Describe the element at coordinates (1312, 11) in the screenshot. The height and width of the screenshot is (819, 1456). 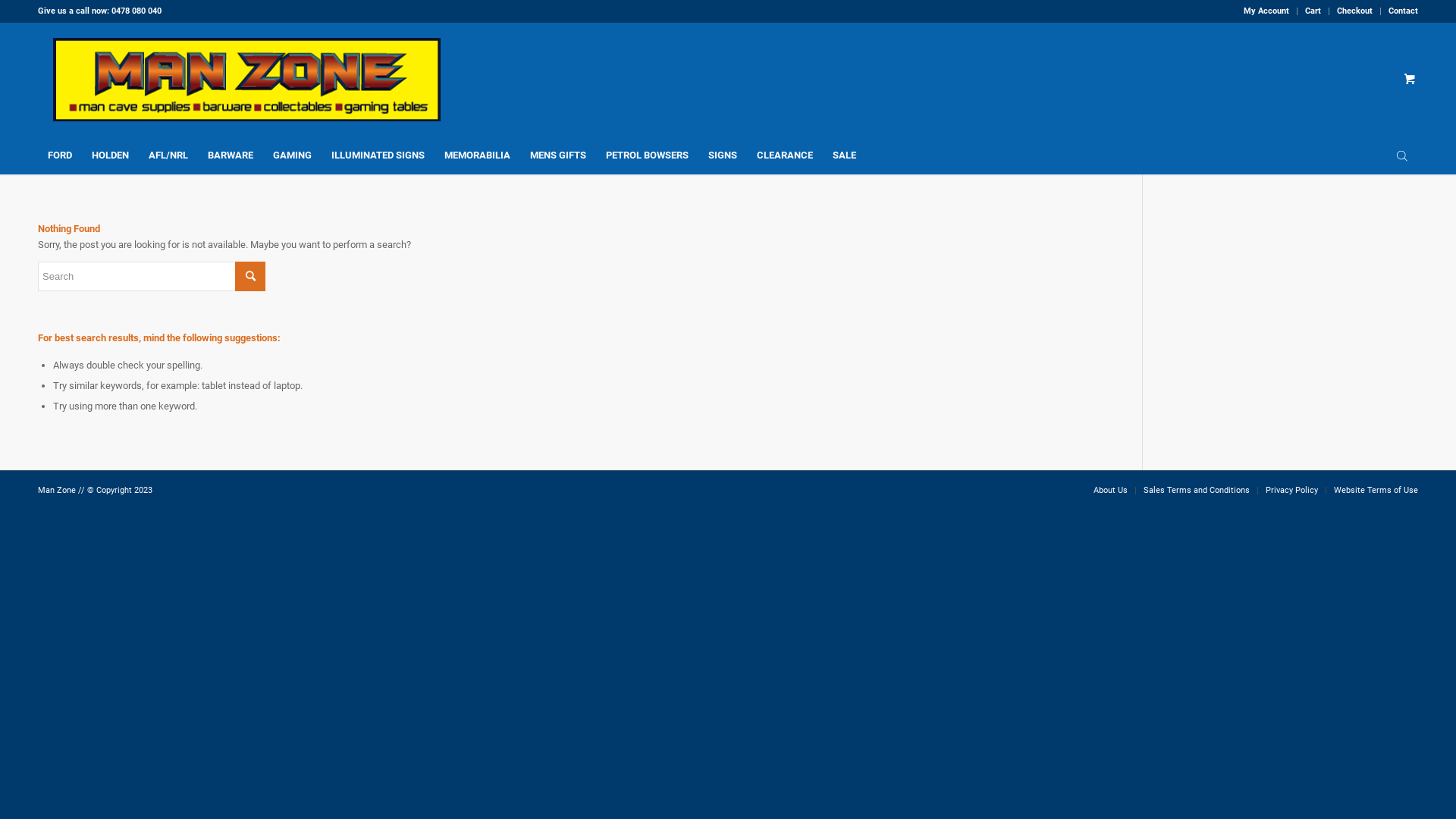
I see `'Cart'` at that location.